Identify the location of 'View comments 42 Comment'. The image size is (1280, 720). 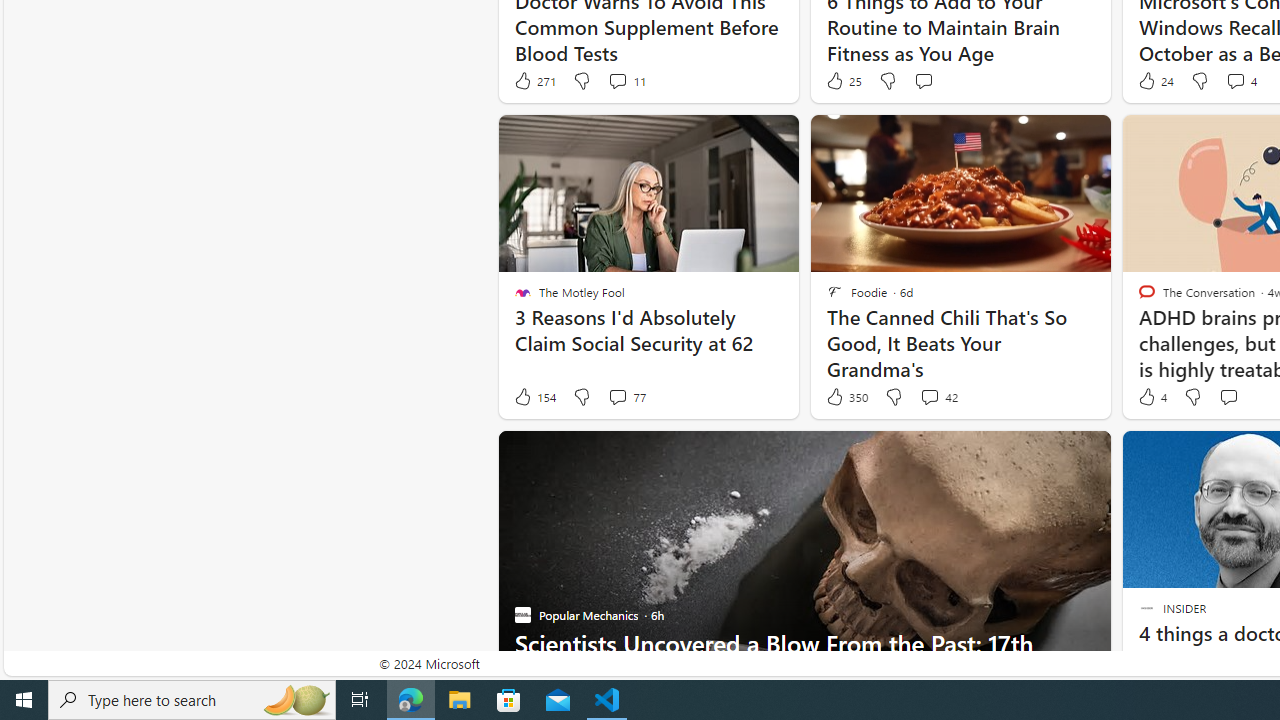
(928, 397).